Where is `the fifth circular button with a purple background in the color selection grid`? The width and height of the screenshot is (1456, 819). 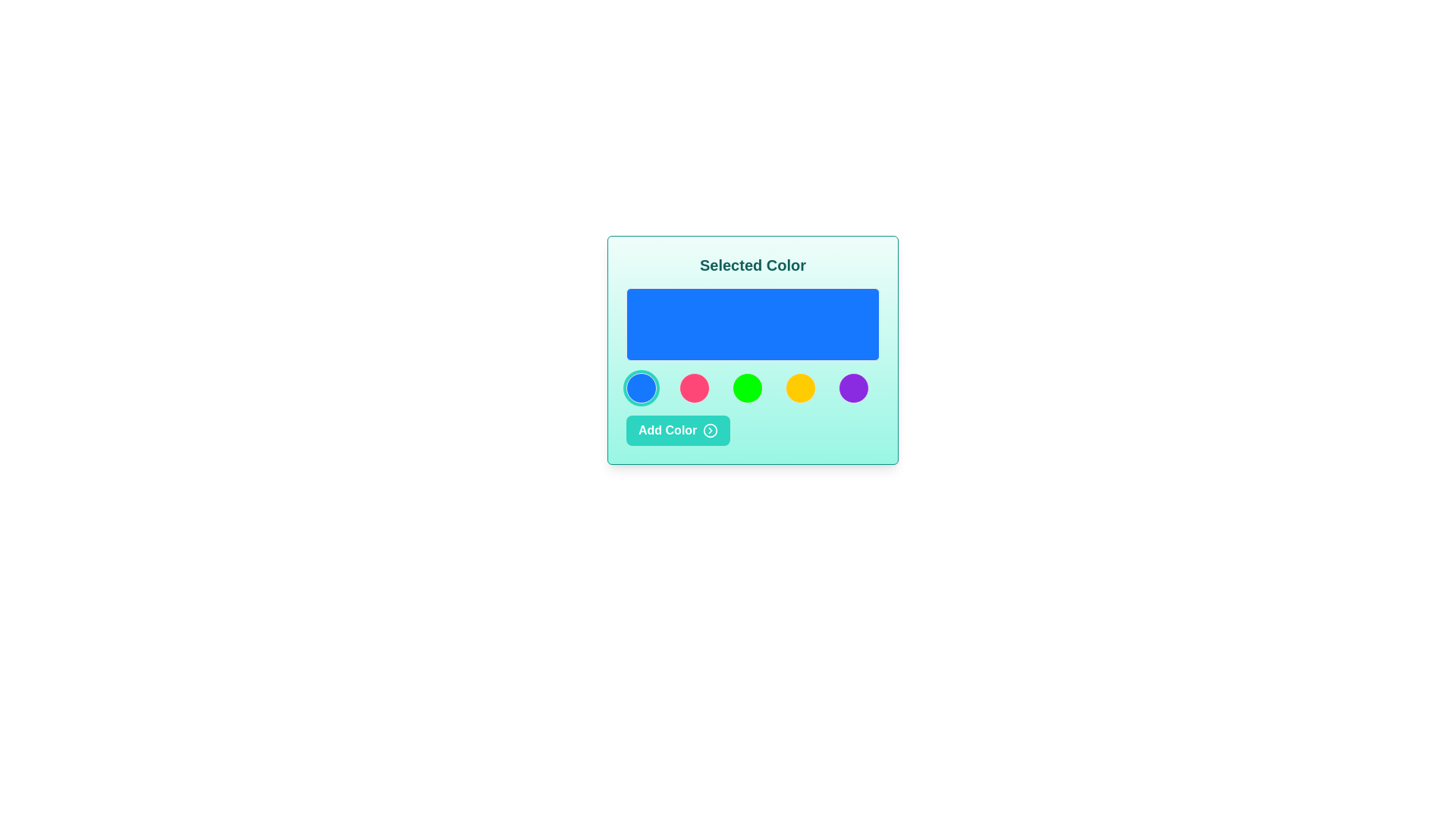 the fifth circular button with a purple background in the color selection grid is located at coordinates (854, 388).